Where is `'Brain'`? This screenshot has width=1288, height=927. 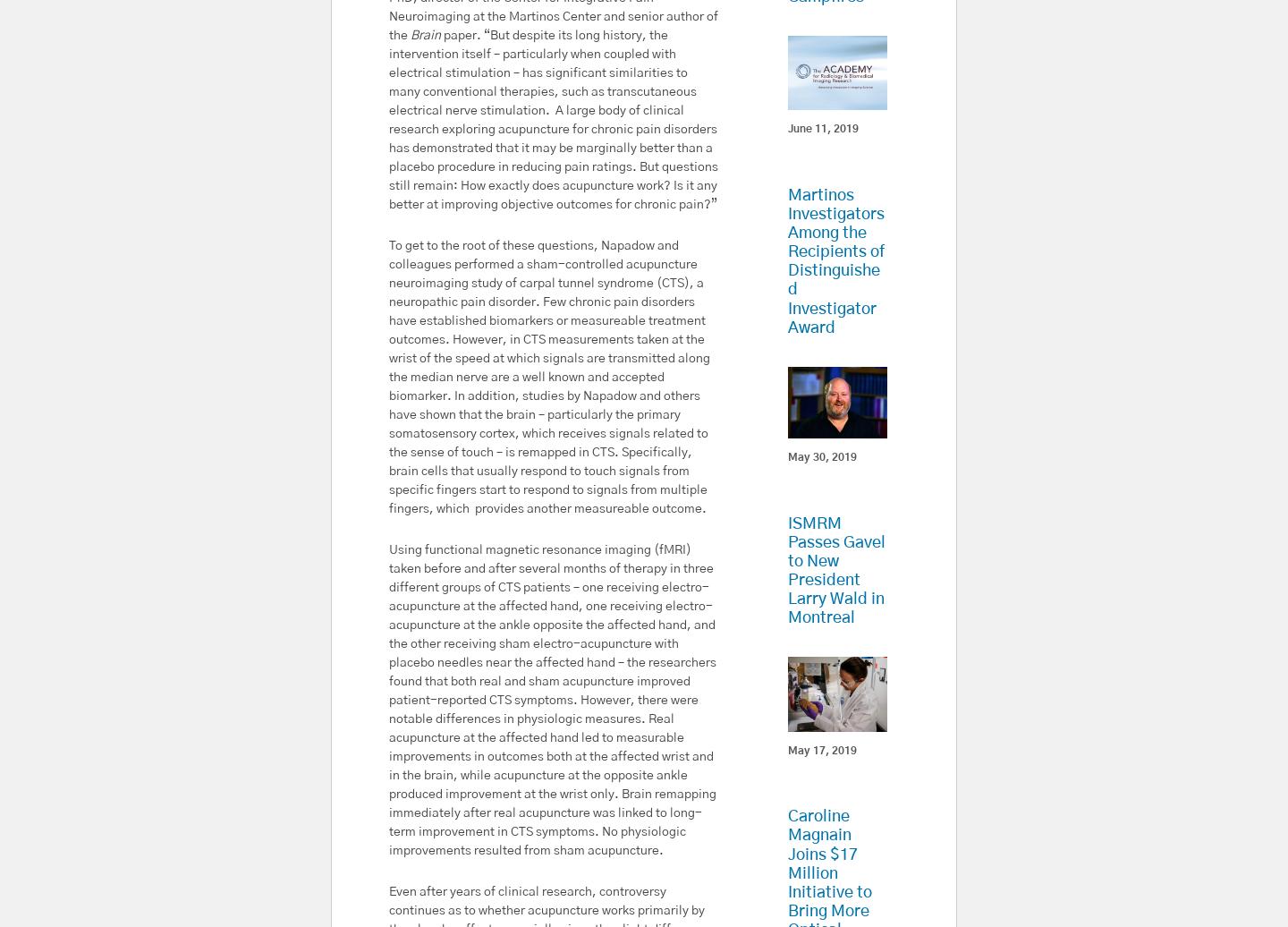
'Brain' is located at coordinates (426, 34).